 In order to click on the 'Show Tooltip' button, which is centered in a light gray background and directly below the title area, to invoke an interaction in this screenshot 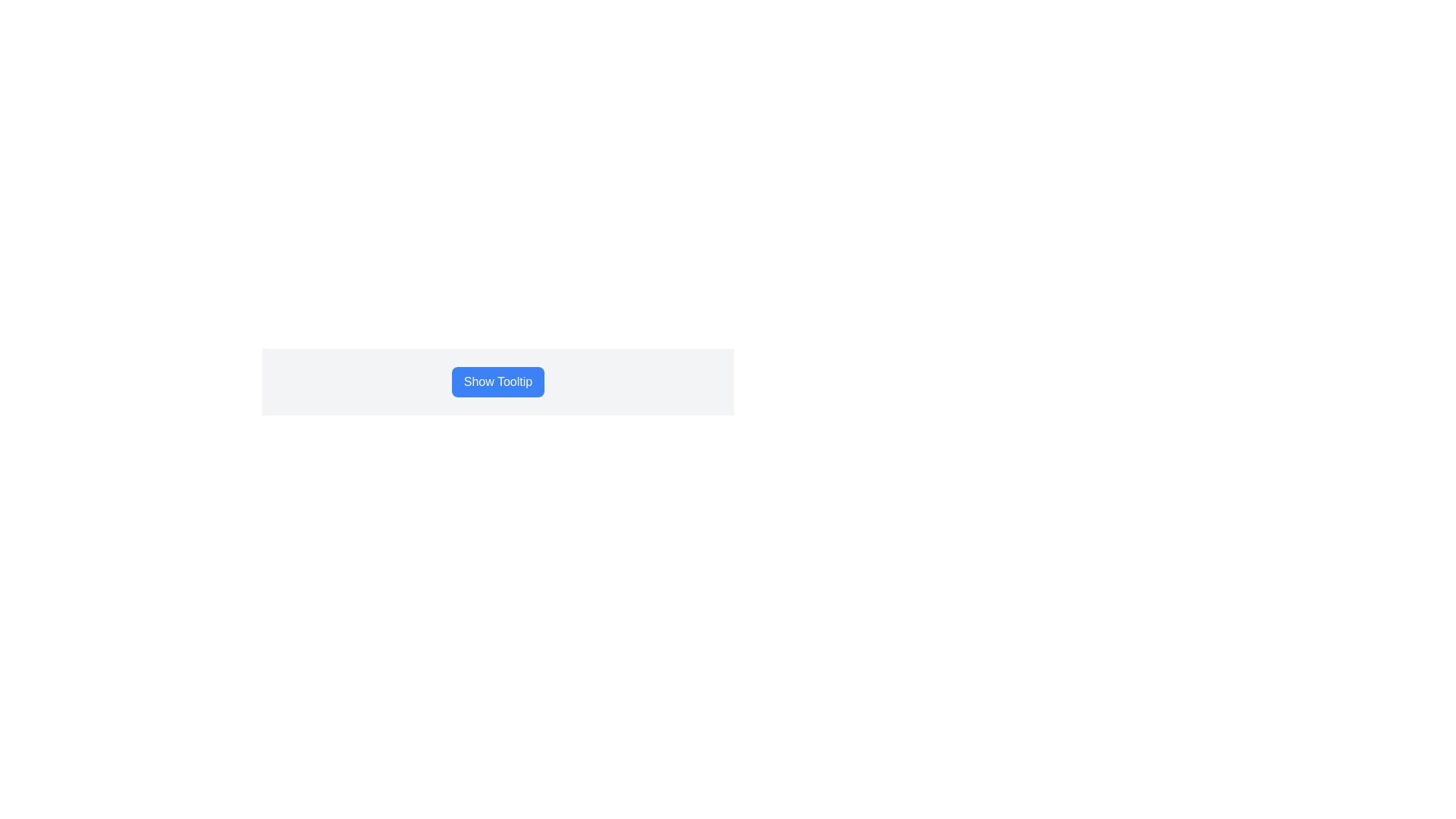, I will do `click(498, 381)`.